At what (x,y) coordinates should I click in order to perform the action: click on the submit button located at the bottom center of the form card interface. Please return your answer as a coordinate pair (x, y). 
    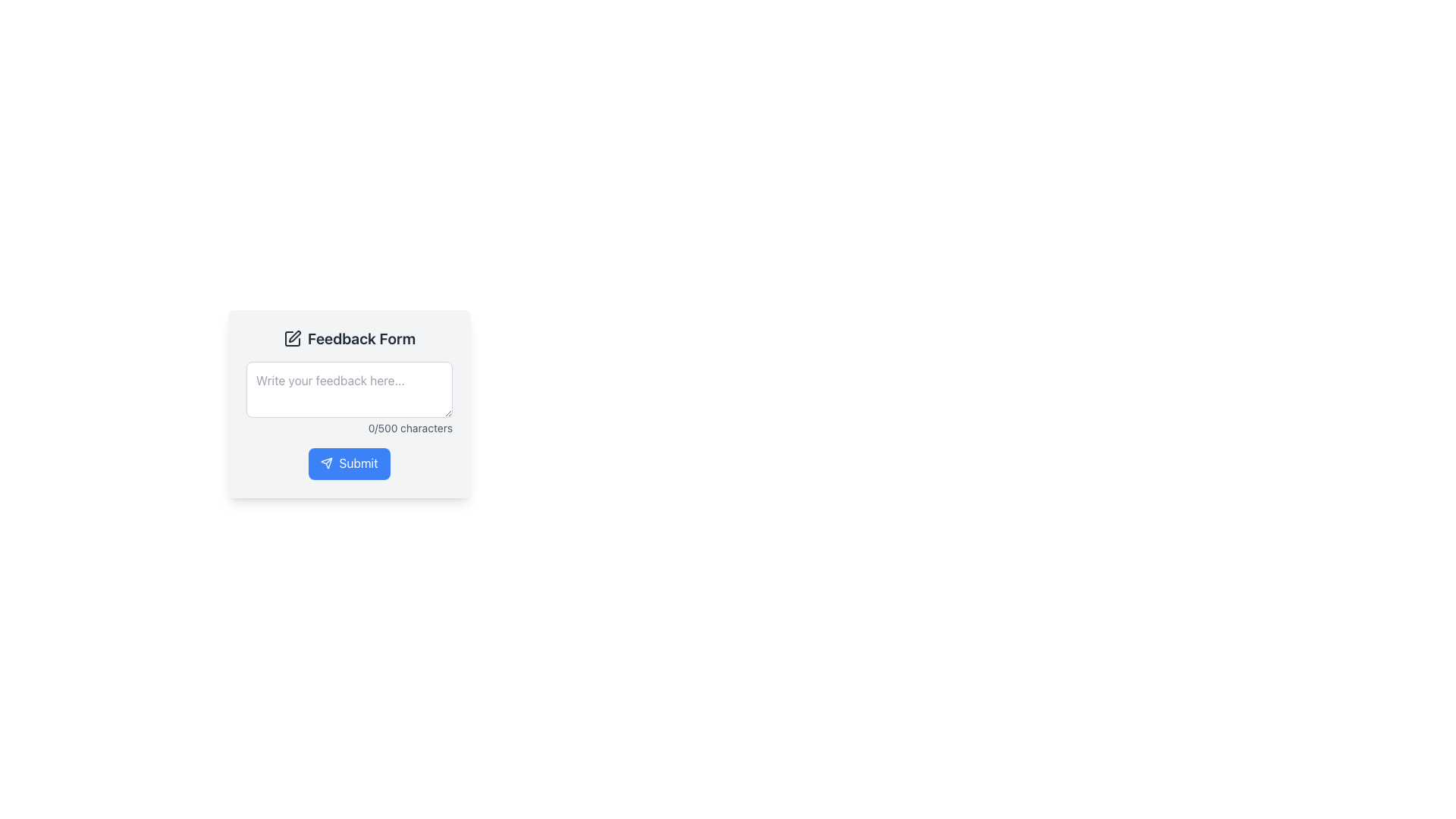
    Looking at the image, I should click on (348, 462).